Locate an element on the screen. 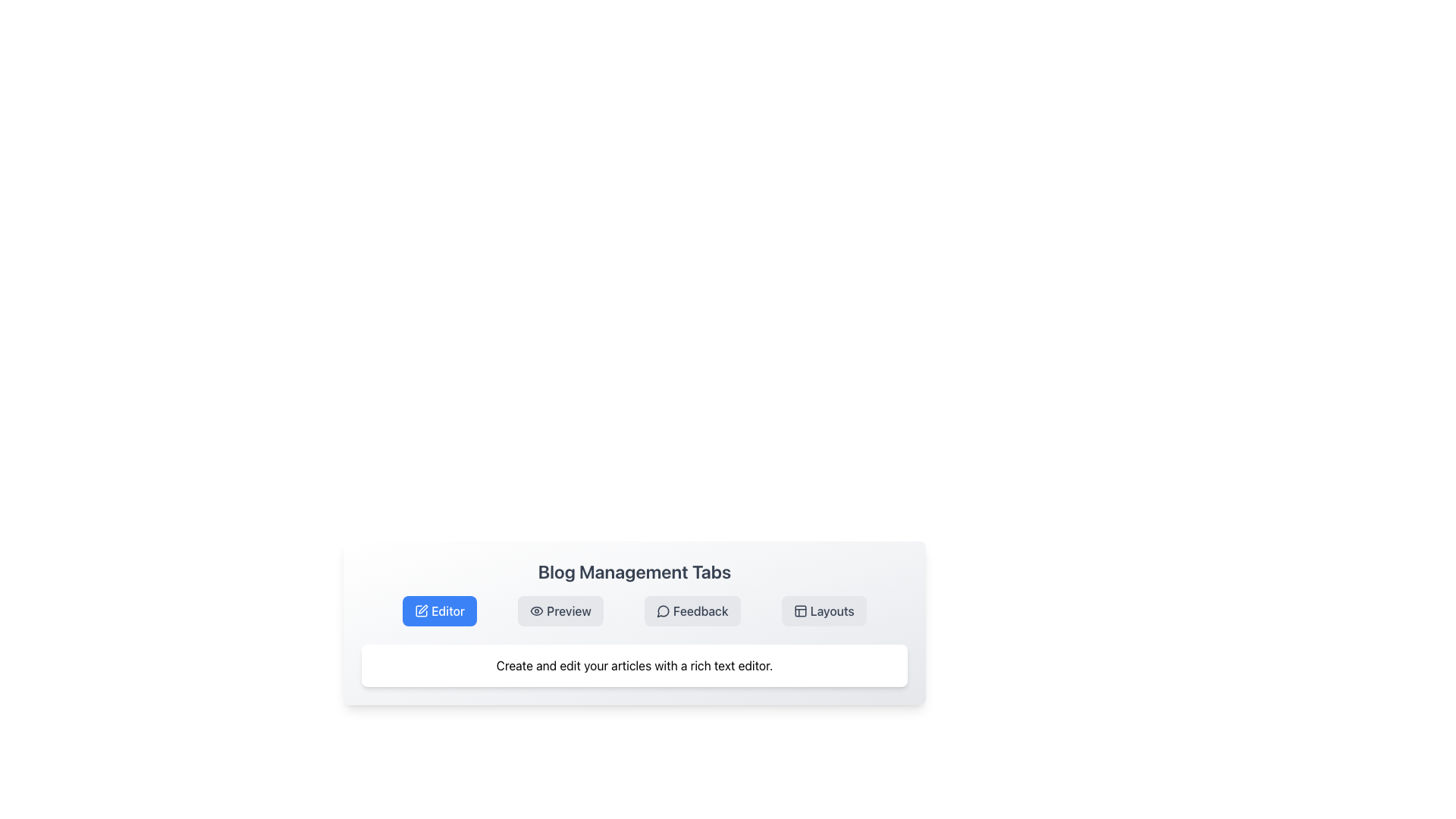 The height and width of the screenshot is (819, 1456). the graphical icon element shaped like an eye located in the toolbar section, adjacent to the 'Preview' button is located at coordinates (537, 610).